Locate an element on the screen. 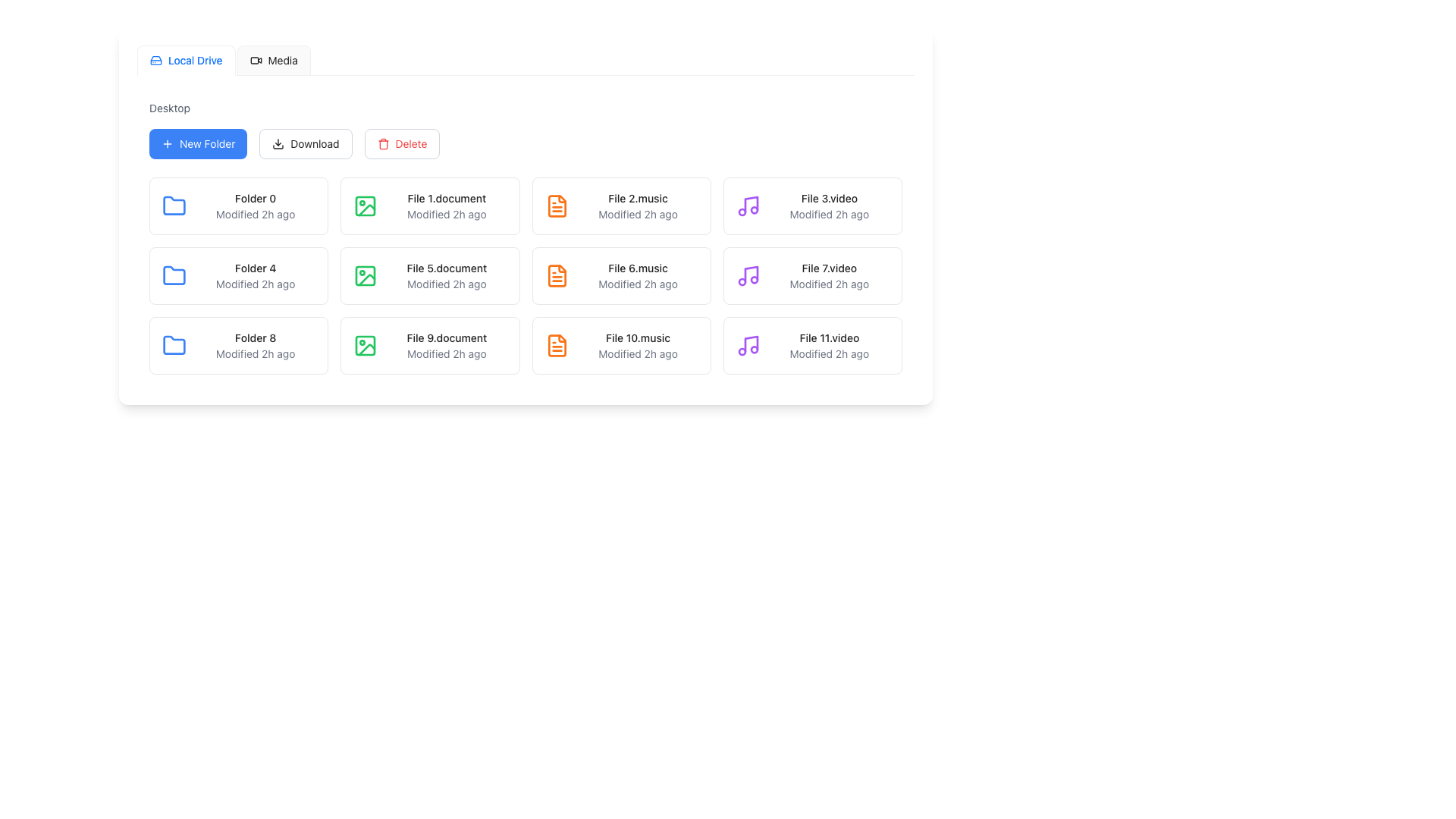  the text label representing the file named 'File 7.video' is located at coordinates (828, 268).